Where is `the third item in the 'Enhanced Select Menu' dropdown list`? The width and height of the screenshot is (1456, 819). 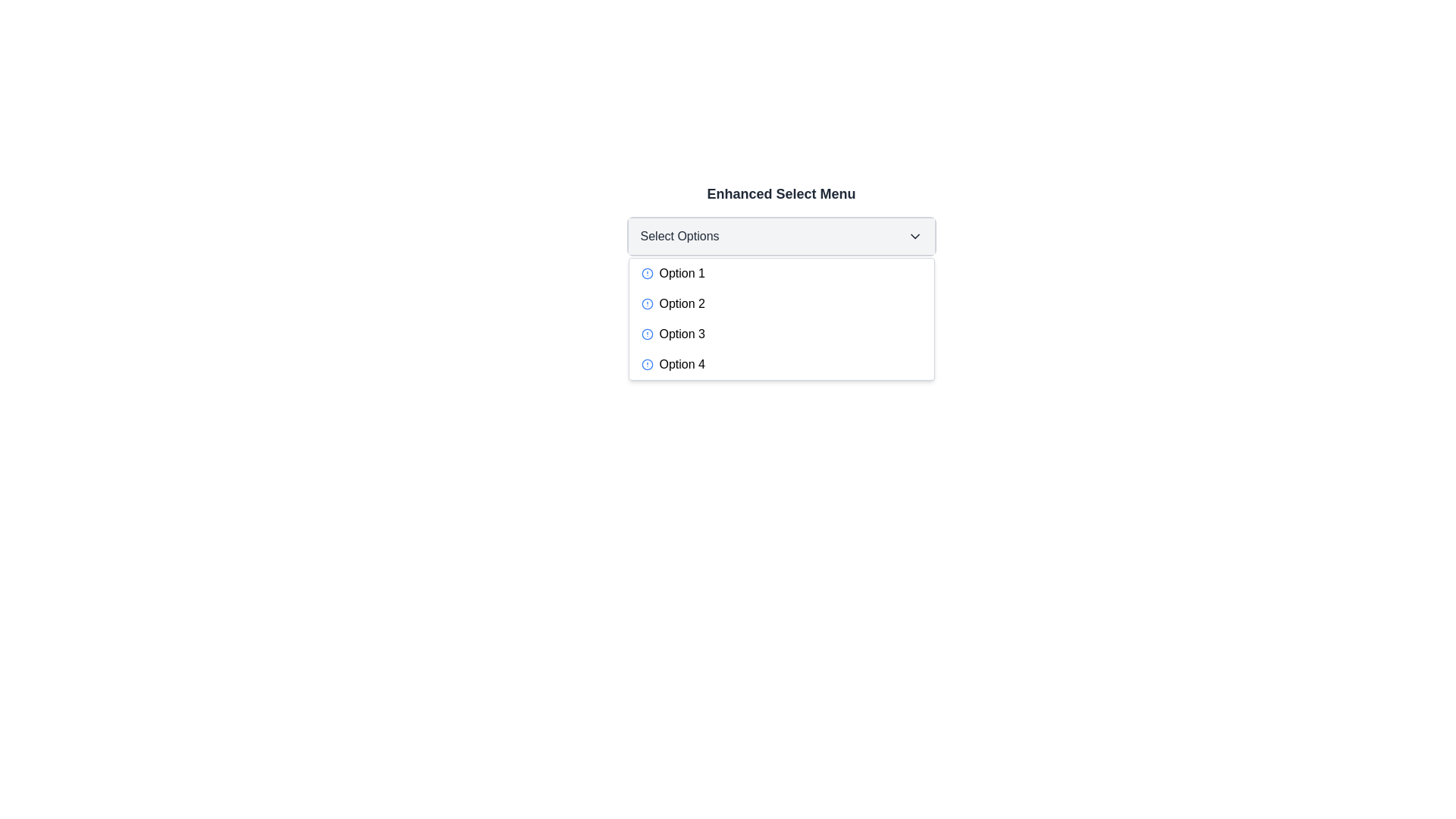 the third item in the 'Enhanced Select Menu' dropdown list is located at coordinates (672, 333).